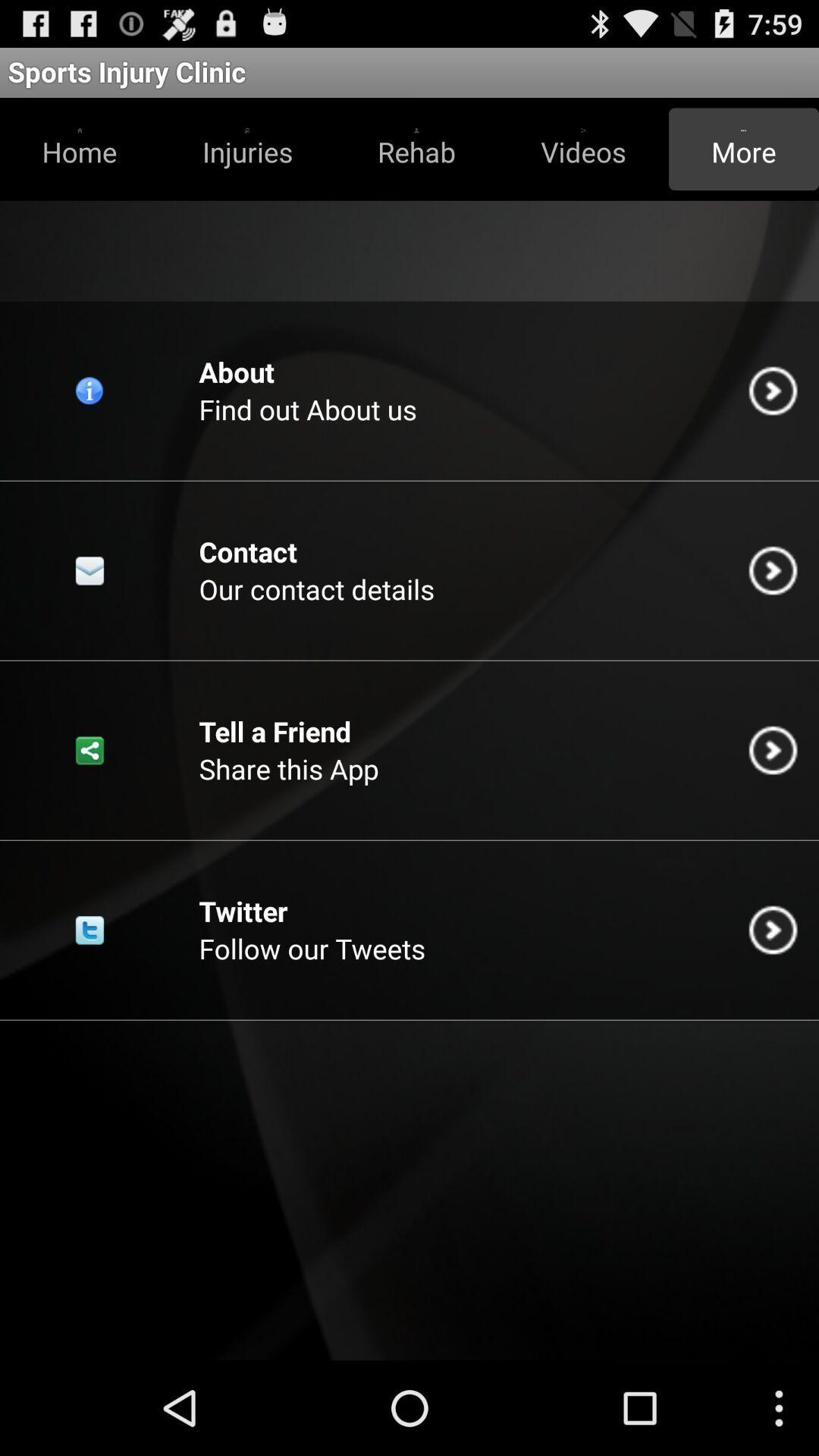  What do you see at coordinates (742, 149) in the screenshot?
I see `app below the sports injury clinic app` at bounding box center [742, 149].